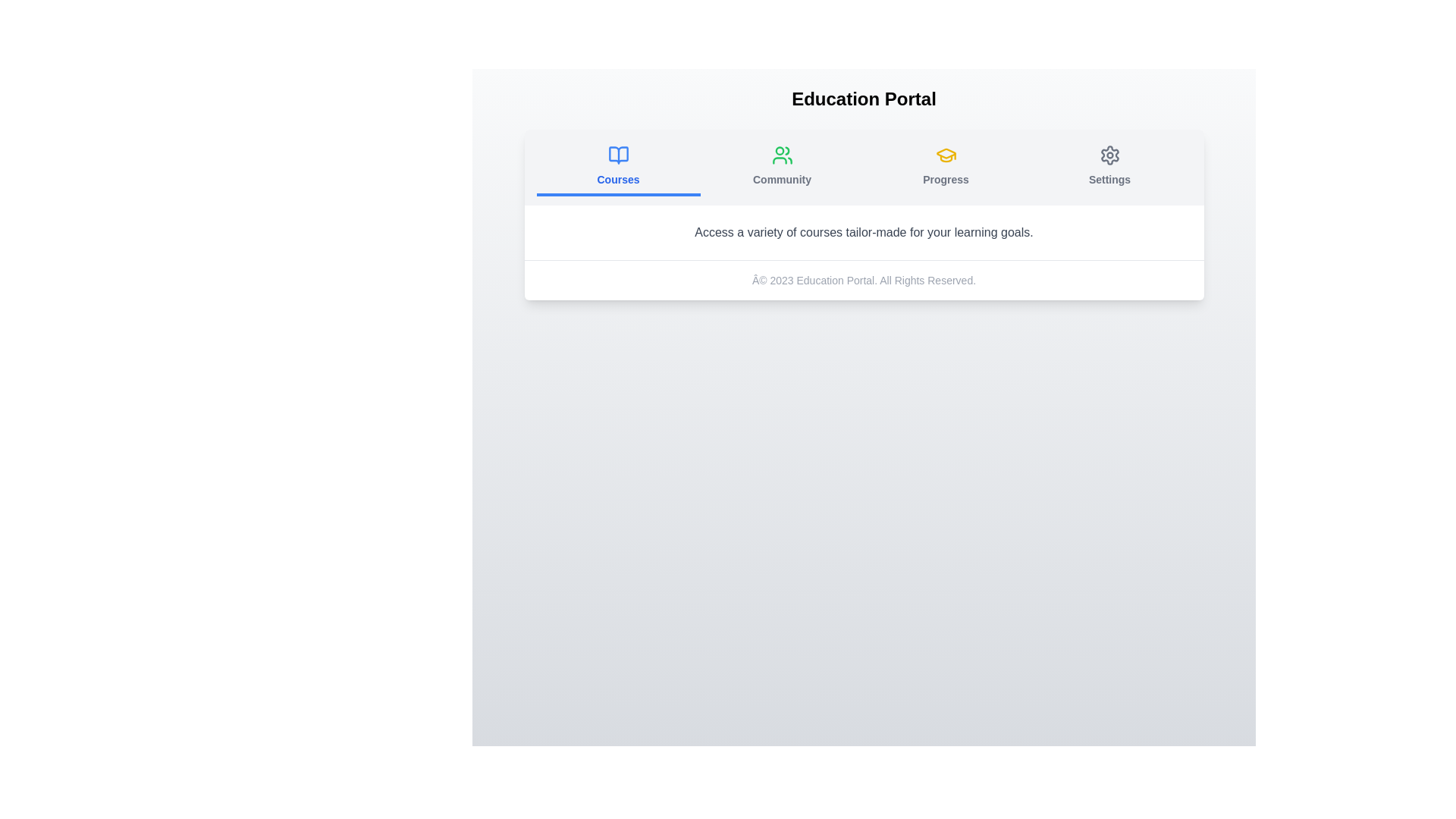  What do you see at coordinates (1109, 178) in the screenshot?
I see `the 'Settings' text label, which is a small gray sans-serif label positioned beneath a gear icon in the navigation bar` at bounding box center [1109, 178].